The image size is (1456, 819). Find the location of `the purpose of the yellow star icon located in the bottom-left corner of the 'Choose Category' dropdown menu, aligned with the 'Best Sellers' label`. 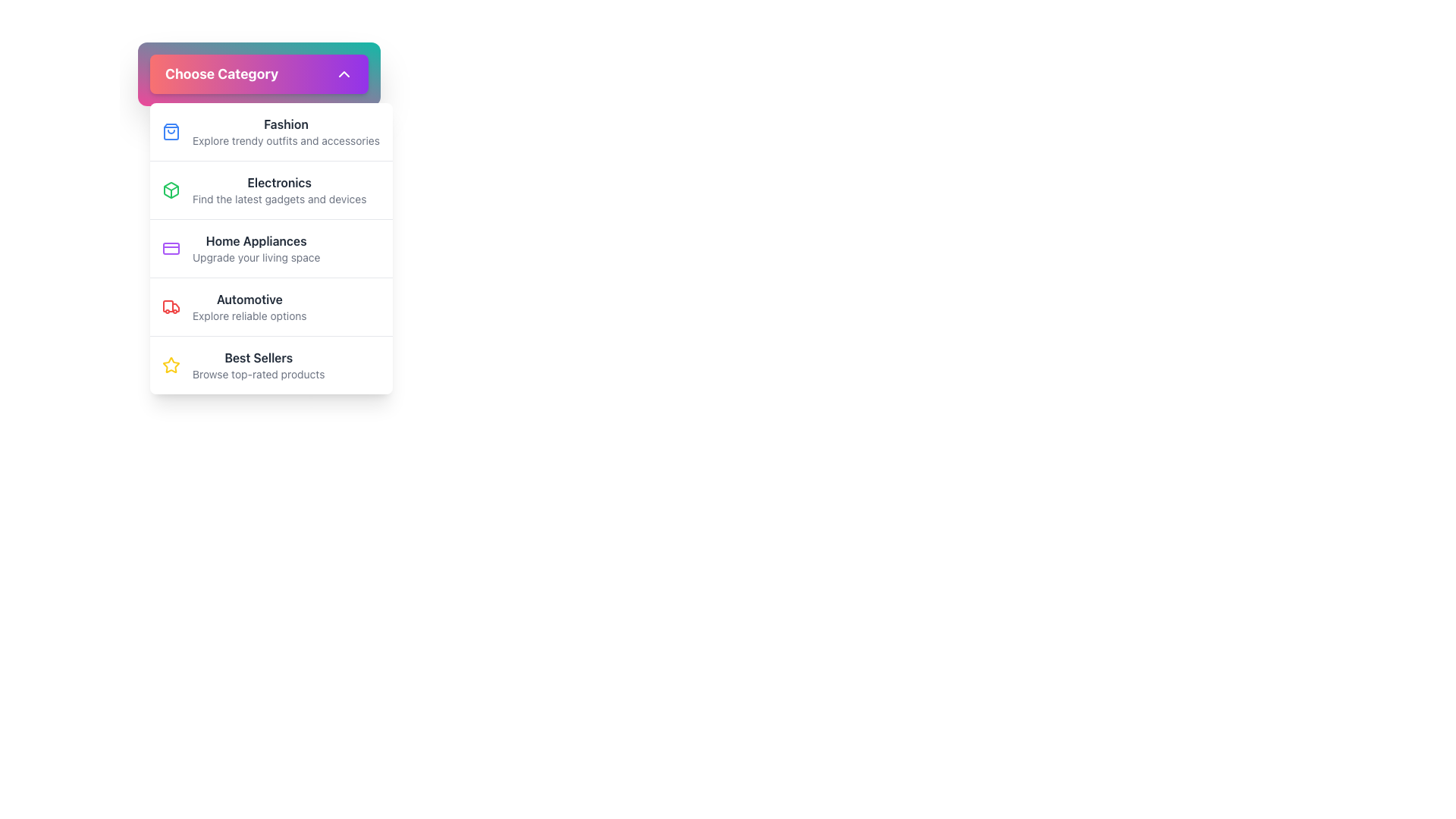

the purpose of the yellow star icon located in the bottom-left corner of the 'Choose Category' dropdown menu, aligned with the 'Best Sellers' label is located at coordinates (171, 365).